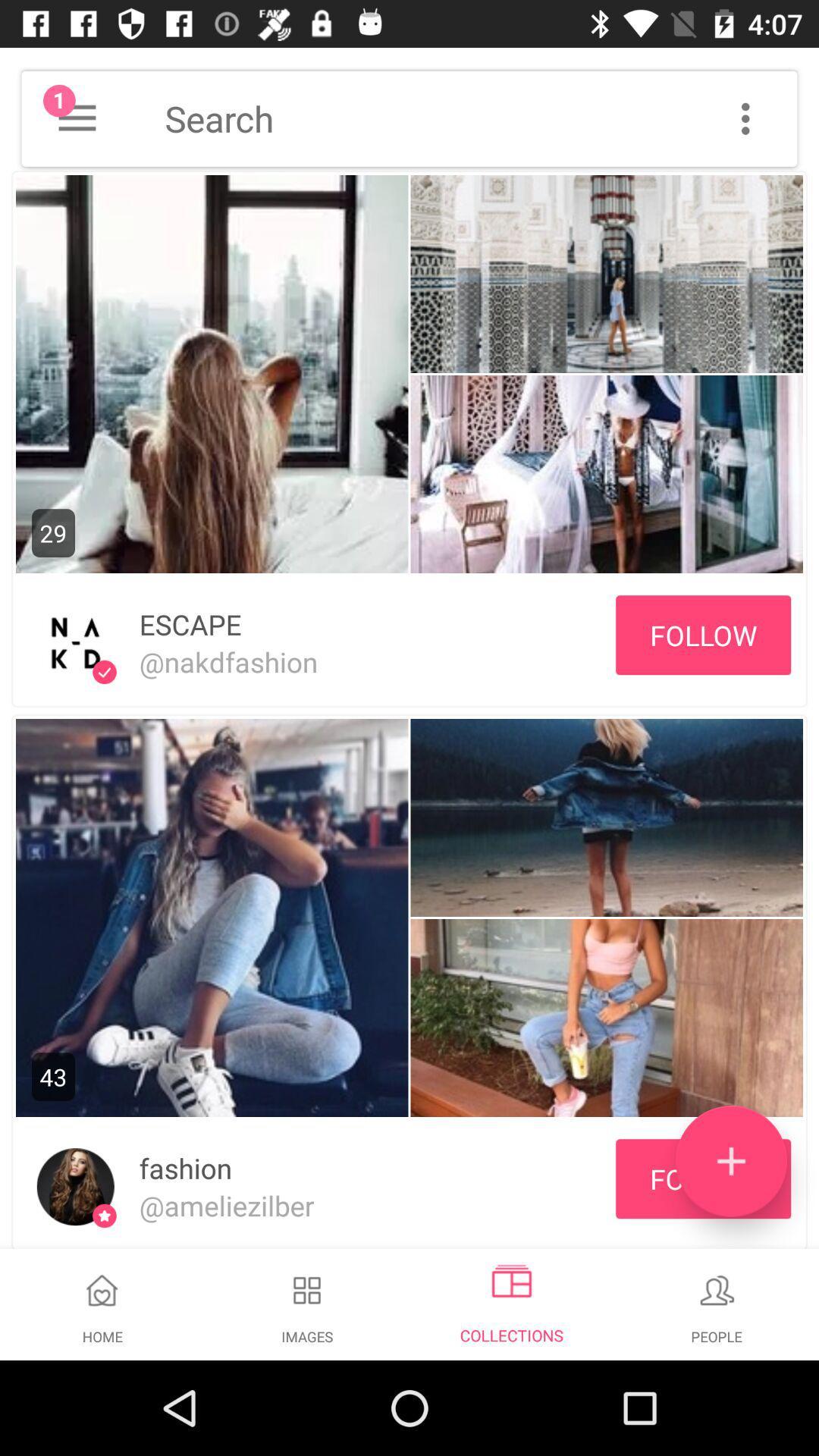  I want to click on add/upload, so click(730, 1160).